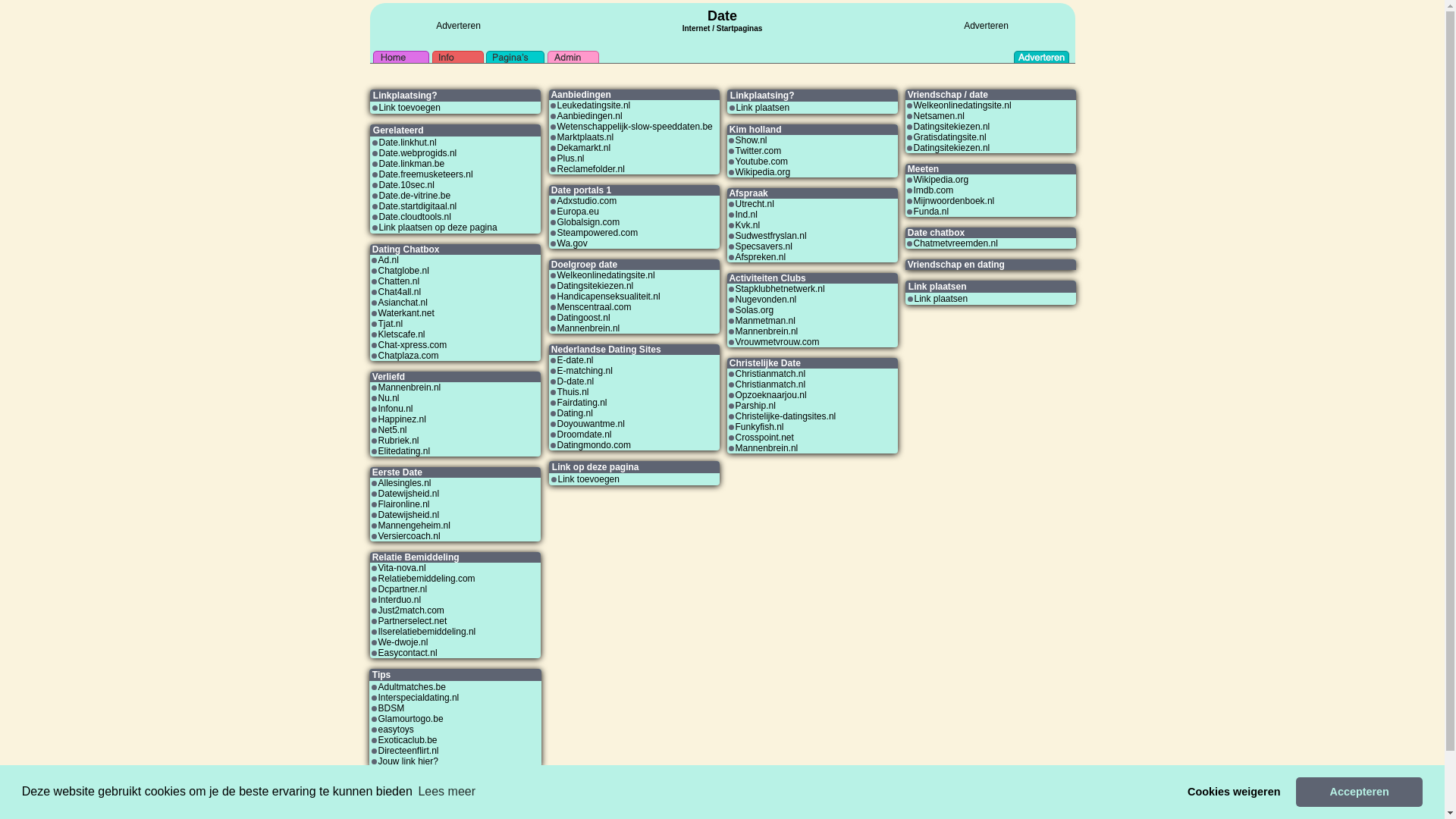 Image resolution: width=1456 pixels, height=819 pixels. Describe the element at coordinates (764, 438) in the screenshot. I see `'Crosspoint.net'` at that location.